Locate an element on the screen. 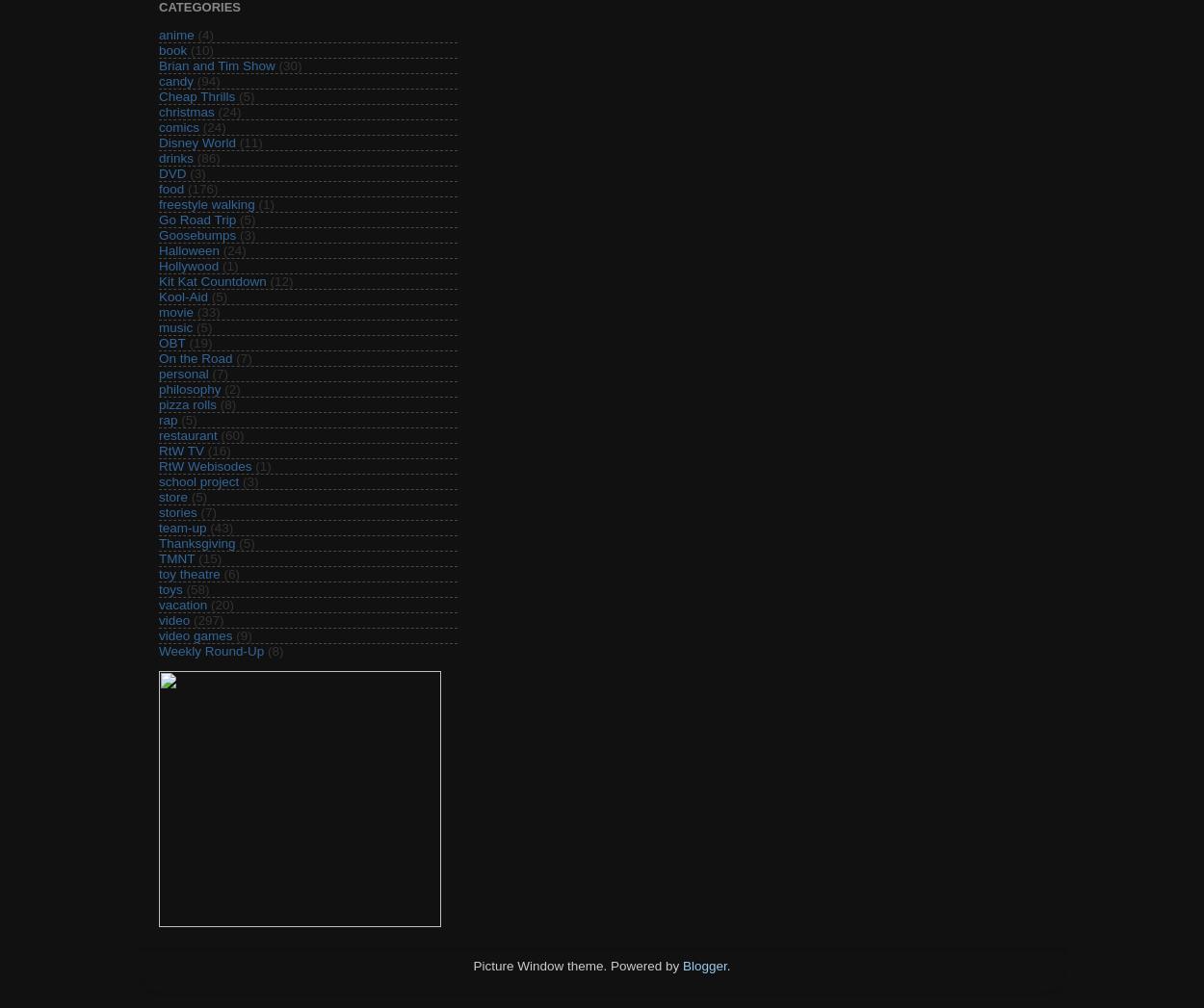 The height and width of the screenshot is (1008, 1204). '(12)' is located at coordinates (270, 279).